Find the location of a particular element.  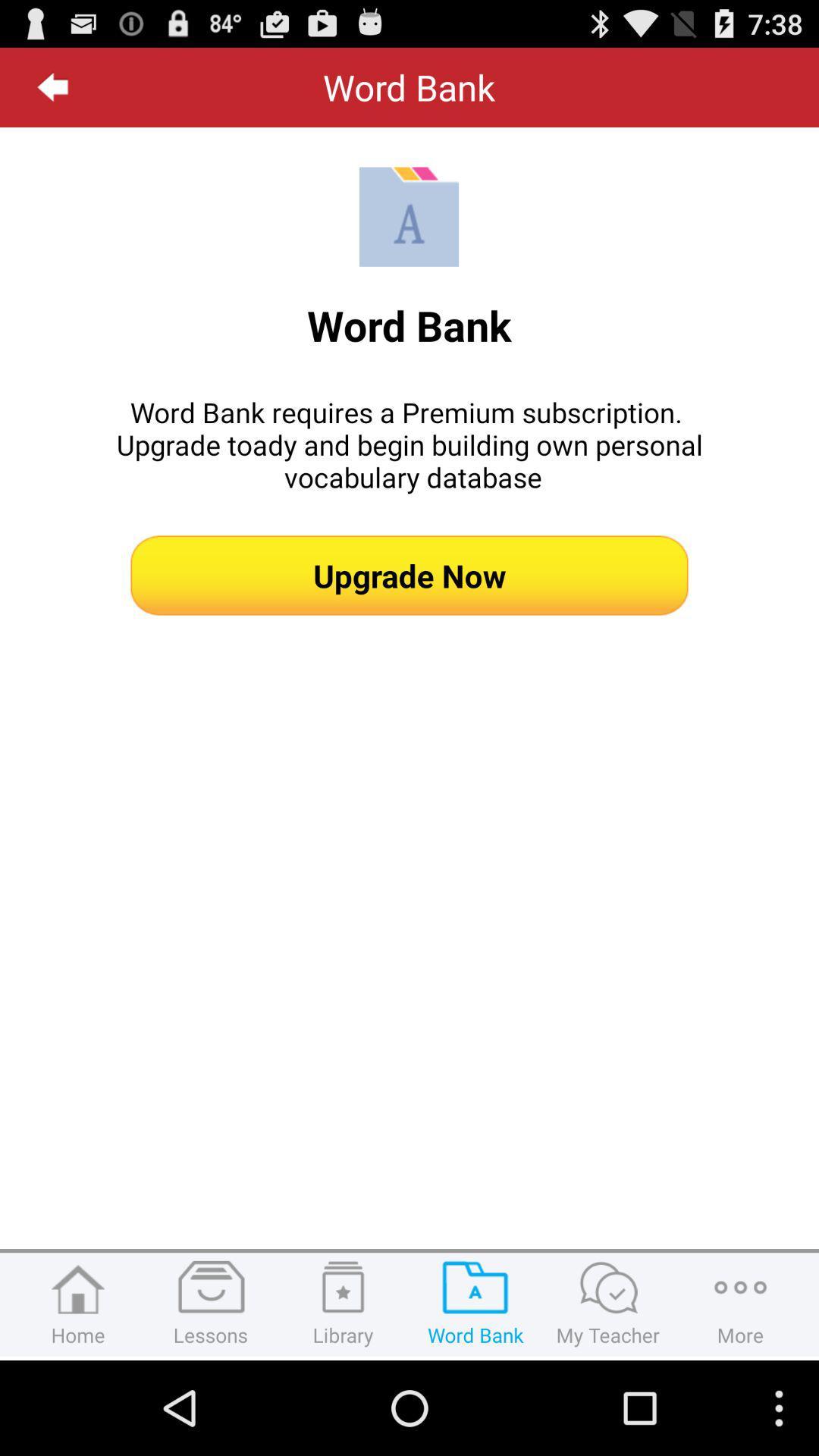

the upgrade now button is located at coordinates (409, 574).